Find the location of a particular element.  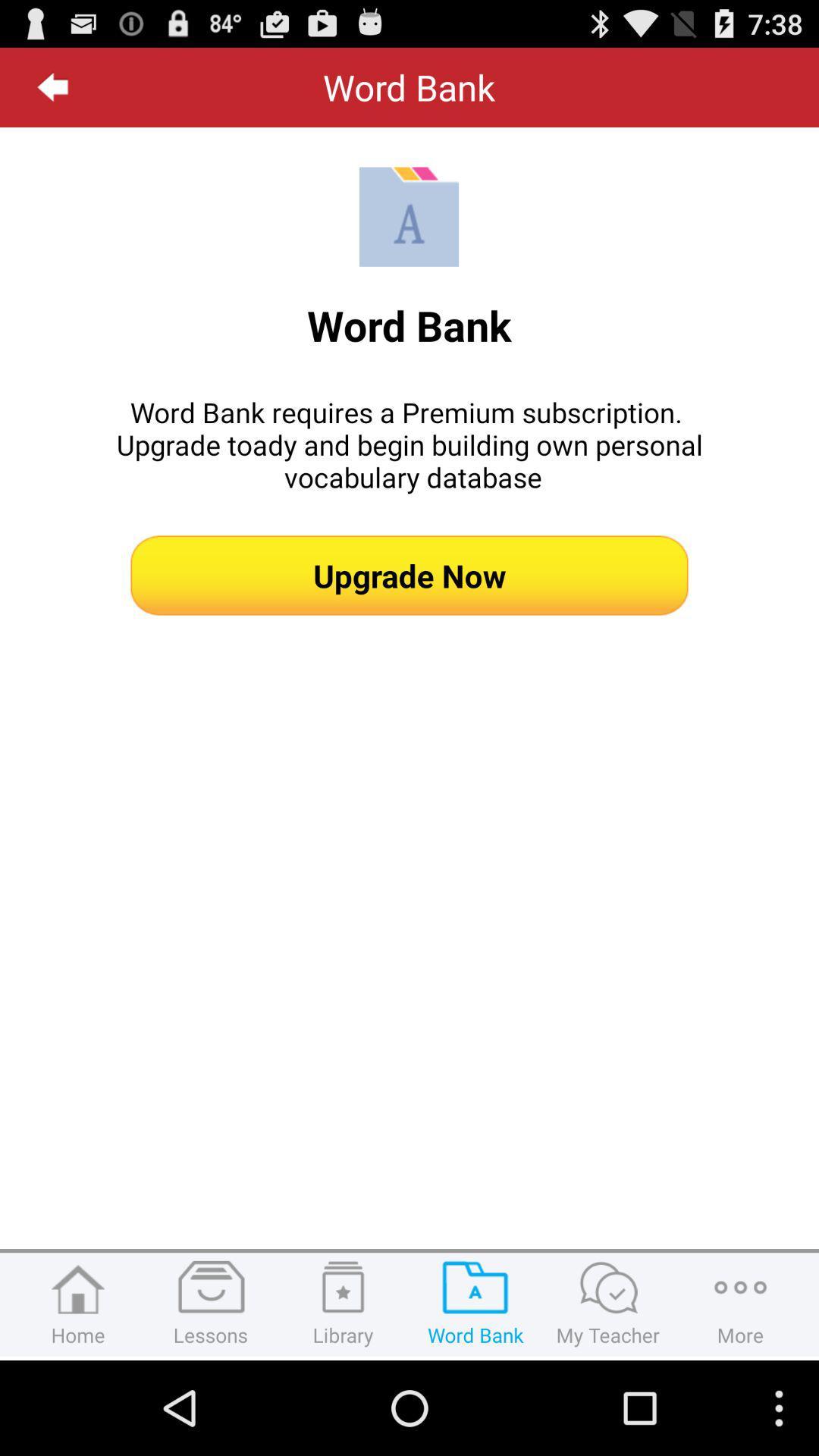

the upgrade now button is located at coordinates (409, 574).